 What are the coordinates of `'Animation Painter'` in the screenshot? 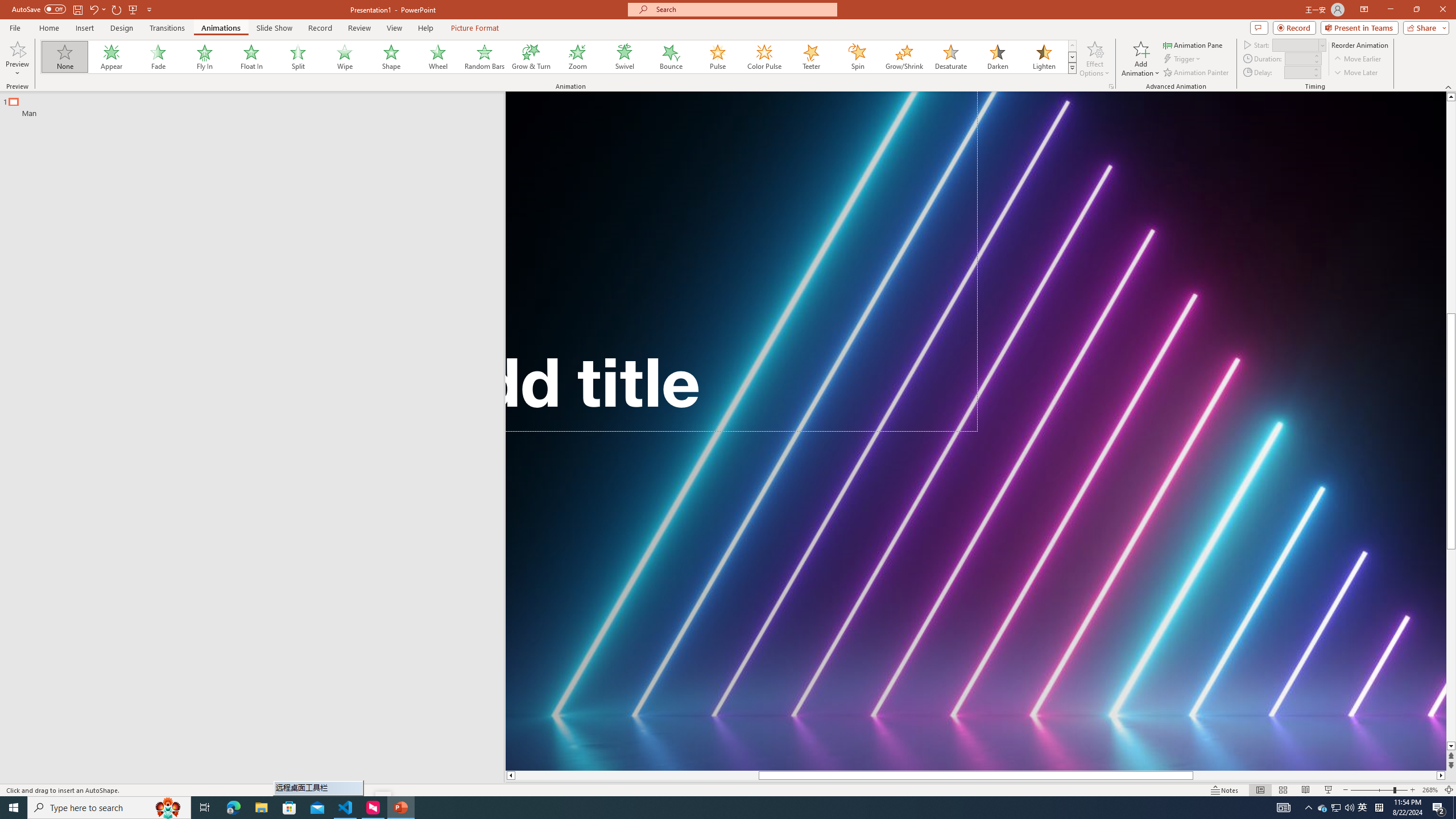 It's located at (1196, 72).